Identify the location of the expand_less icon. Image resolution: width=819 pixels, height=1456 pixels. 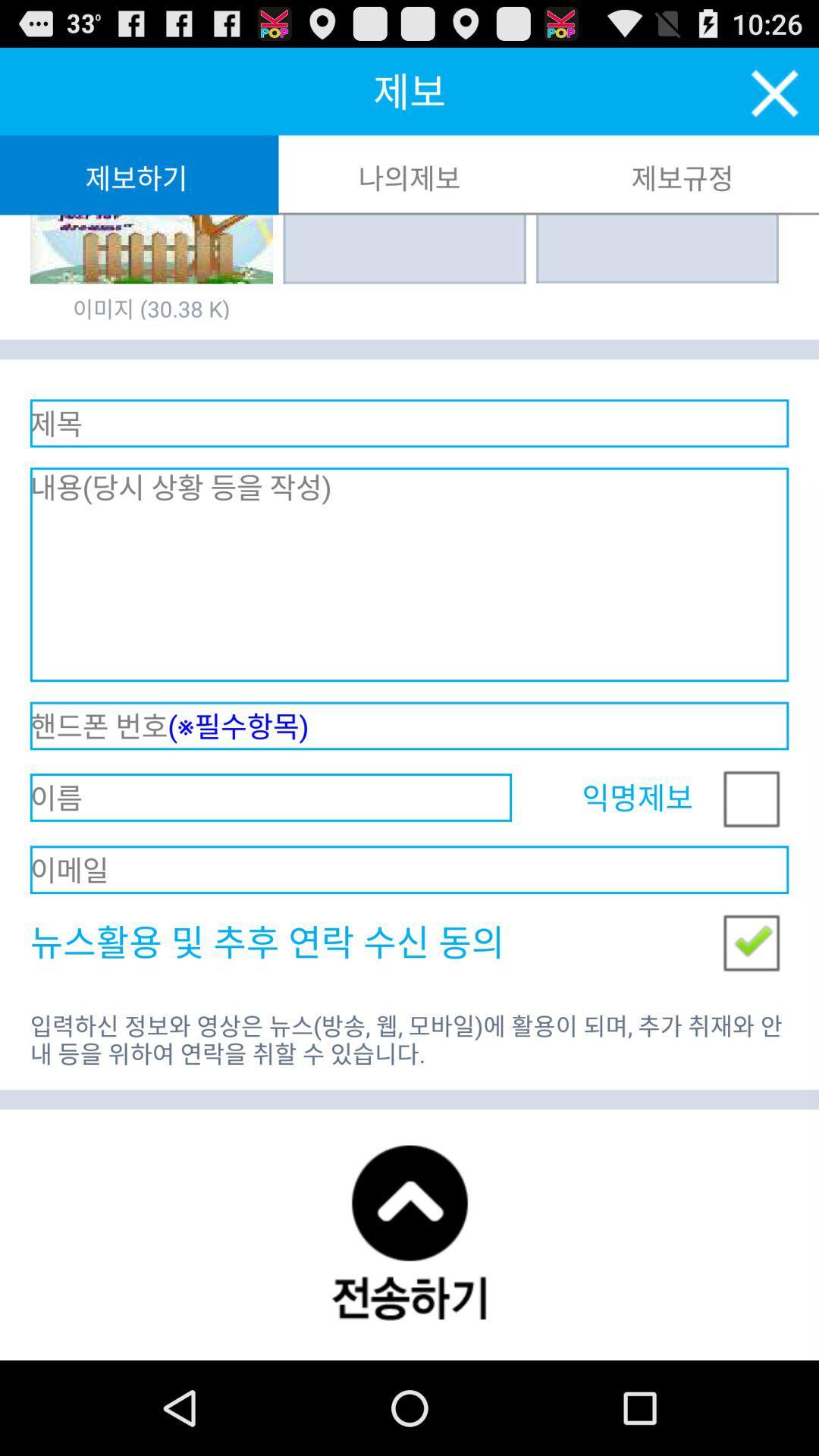
(408, 1319).